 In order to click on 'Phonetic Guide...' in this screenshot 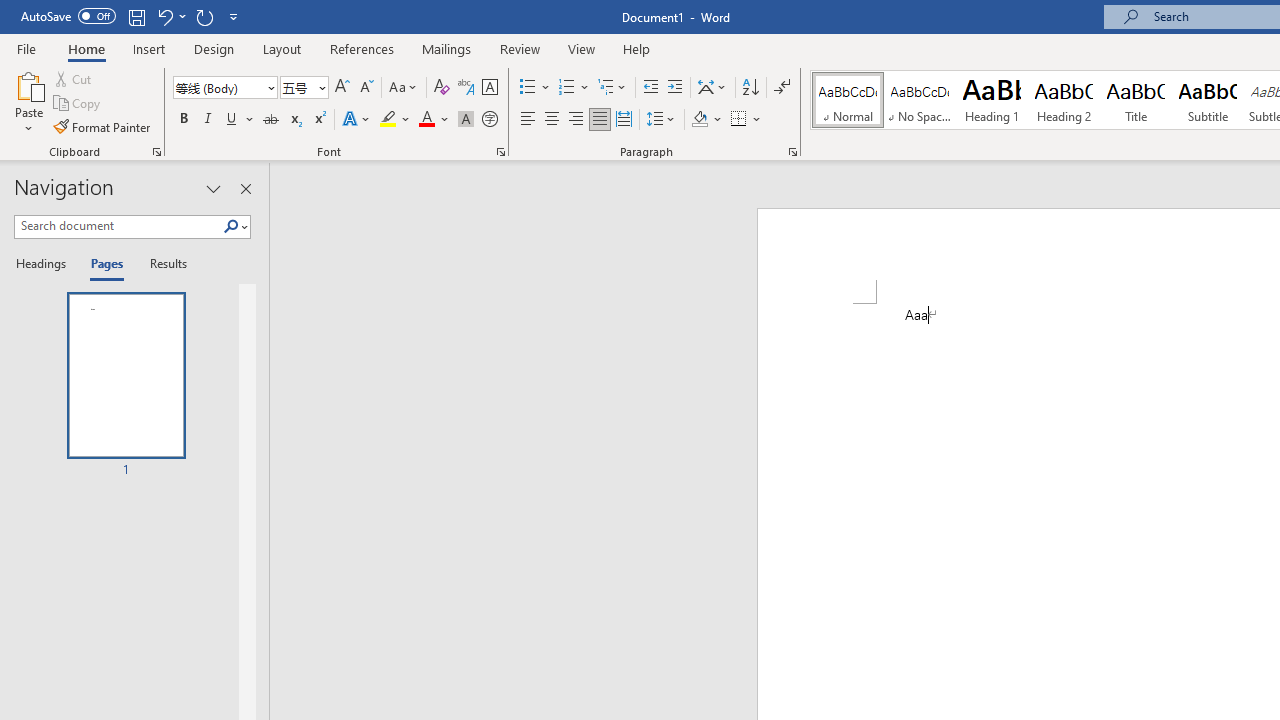, I will do `click(464, 86)`.